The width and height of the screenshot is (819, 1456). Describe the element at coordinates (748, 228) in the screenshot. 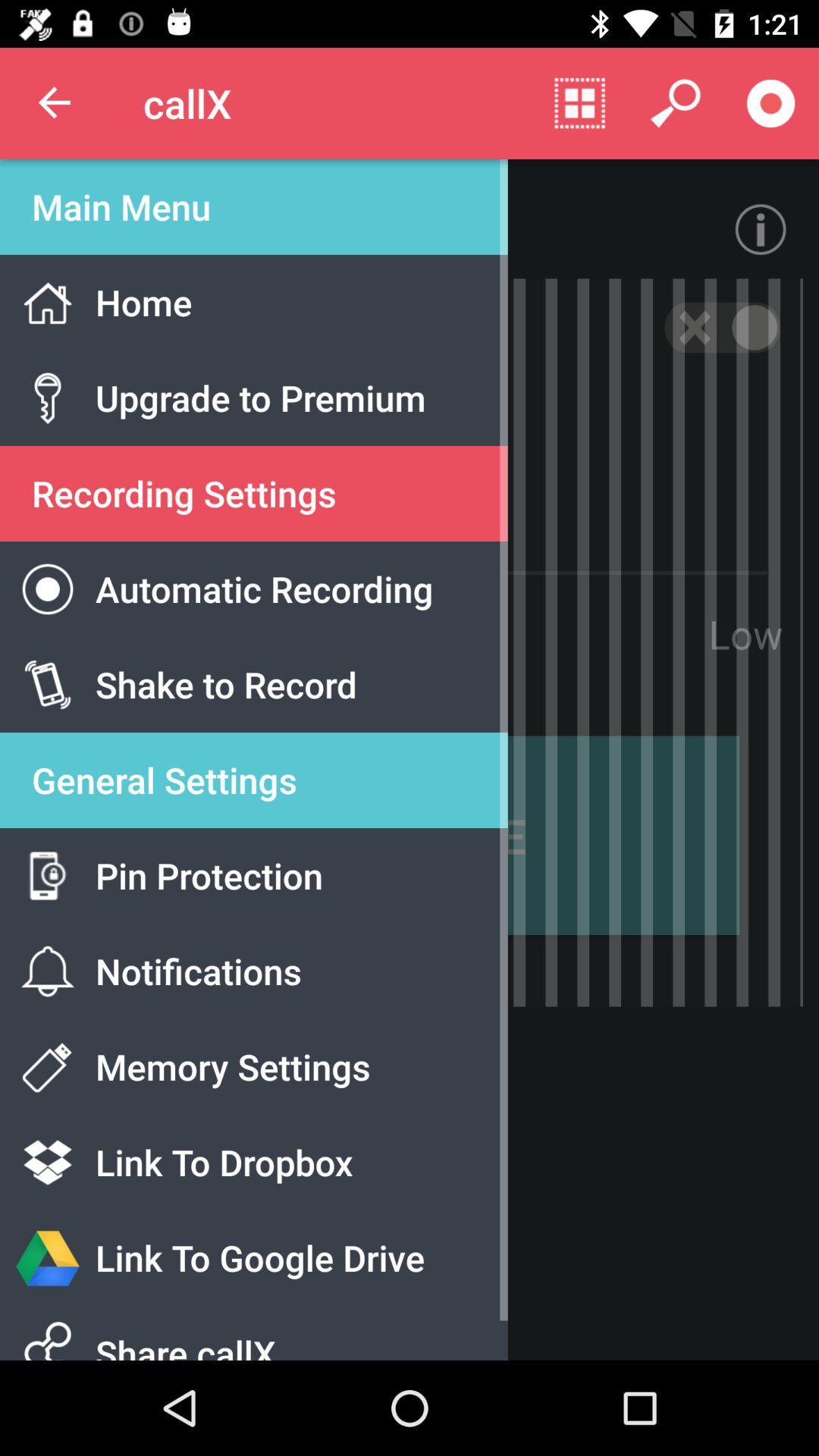

I see `the info icon` at that location.